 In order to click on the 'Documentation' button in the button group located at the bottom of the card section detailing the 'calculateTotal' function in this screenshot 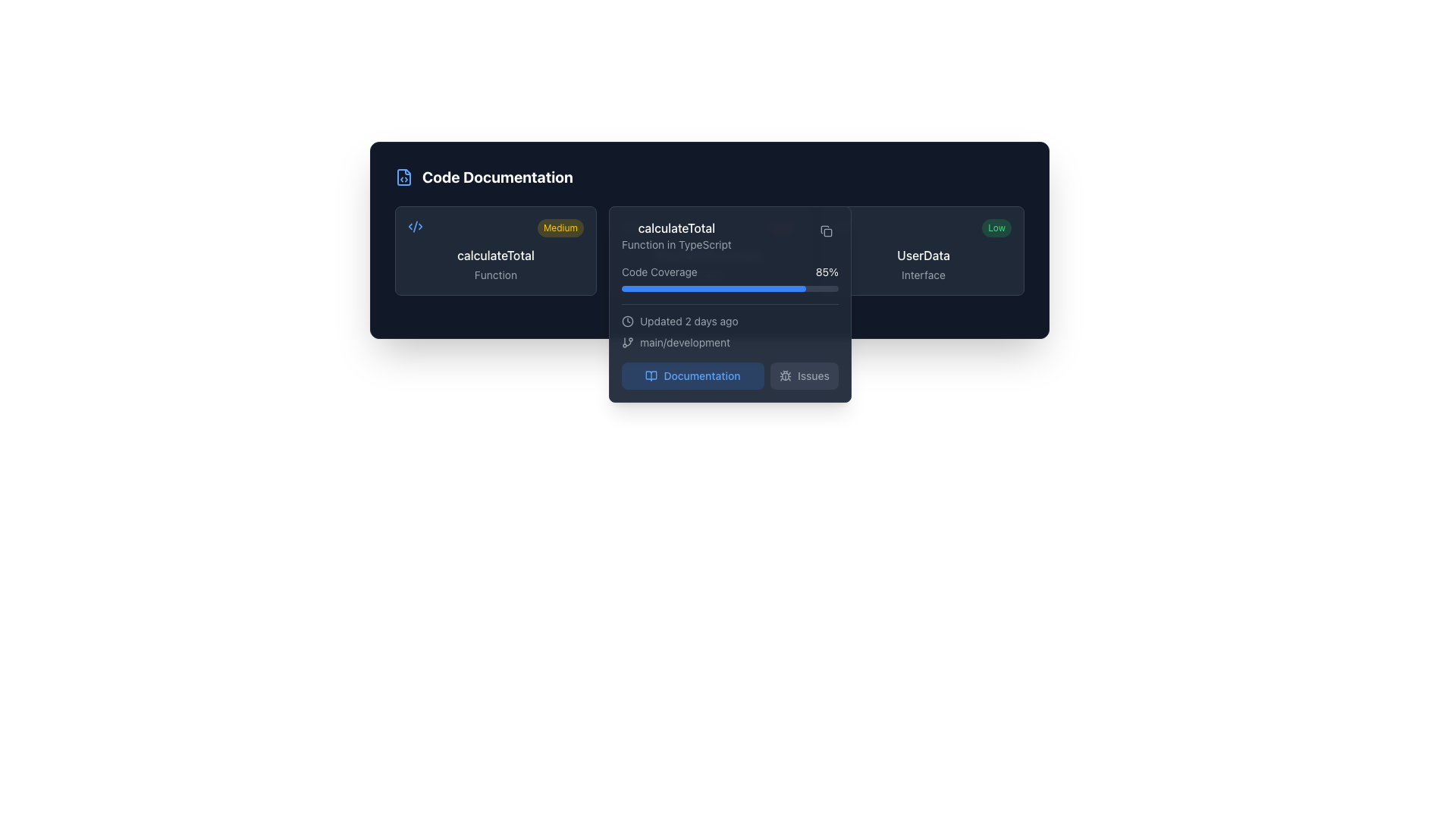, I will do `click(730, 375)`.